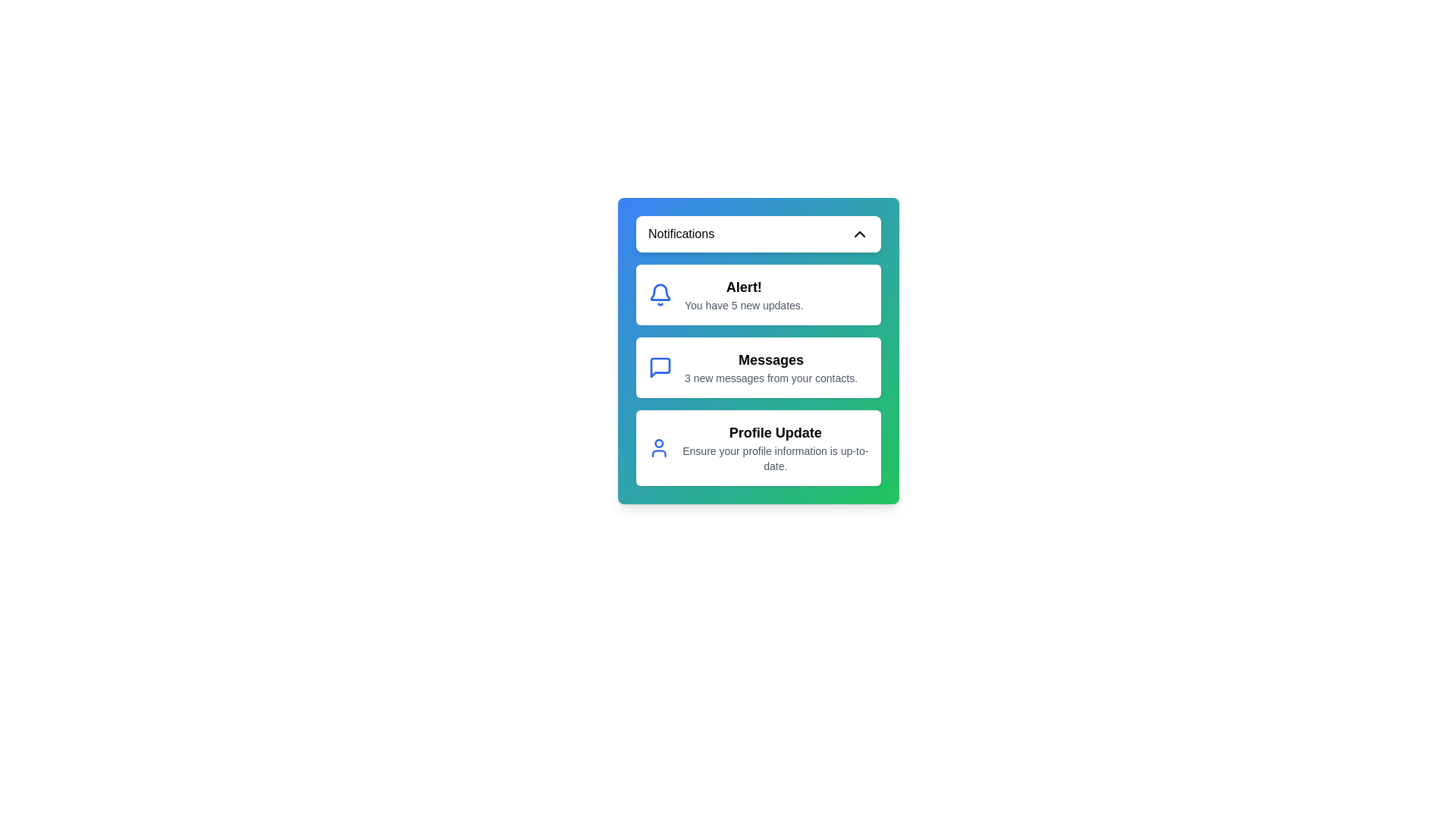 The image size is (1456, 819). Describe the element at coordinates (660, 368) in the screenshot. I see `the notification icon corresponding to Messages` at that location.